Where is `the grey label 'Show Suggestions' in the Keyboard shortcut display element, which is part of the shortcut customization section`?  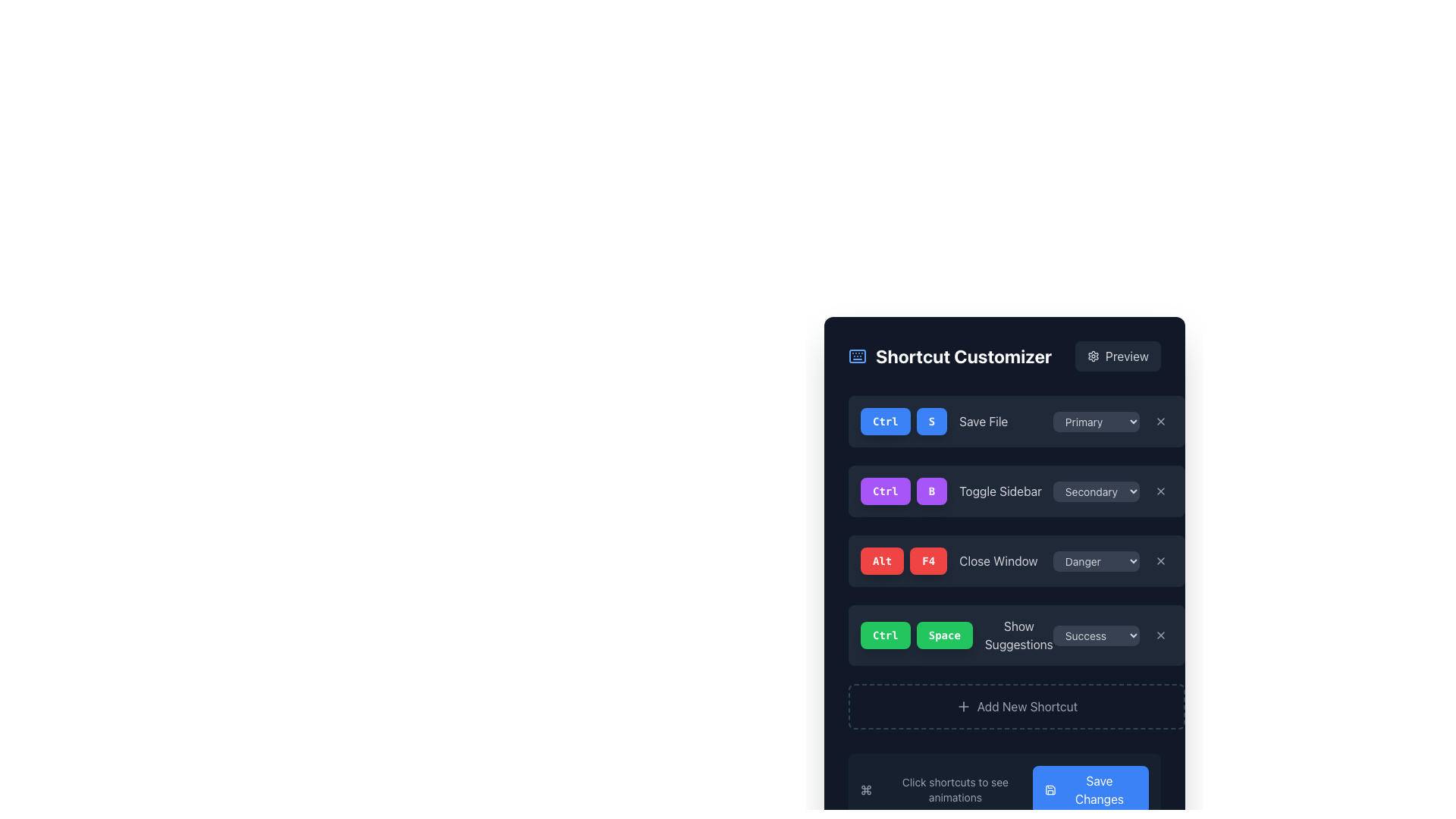
the grey label 'Show Suggestions' in the Keyboard shortcut display element, which is part of the shortcut customization section is located at coordinates (956, 635).